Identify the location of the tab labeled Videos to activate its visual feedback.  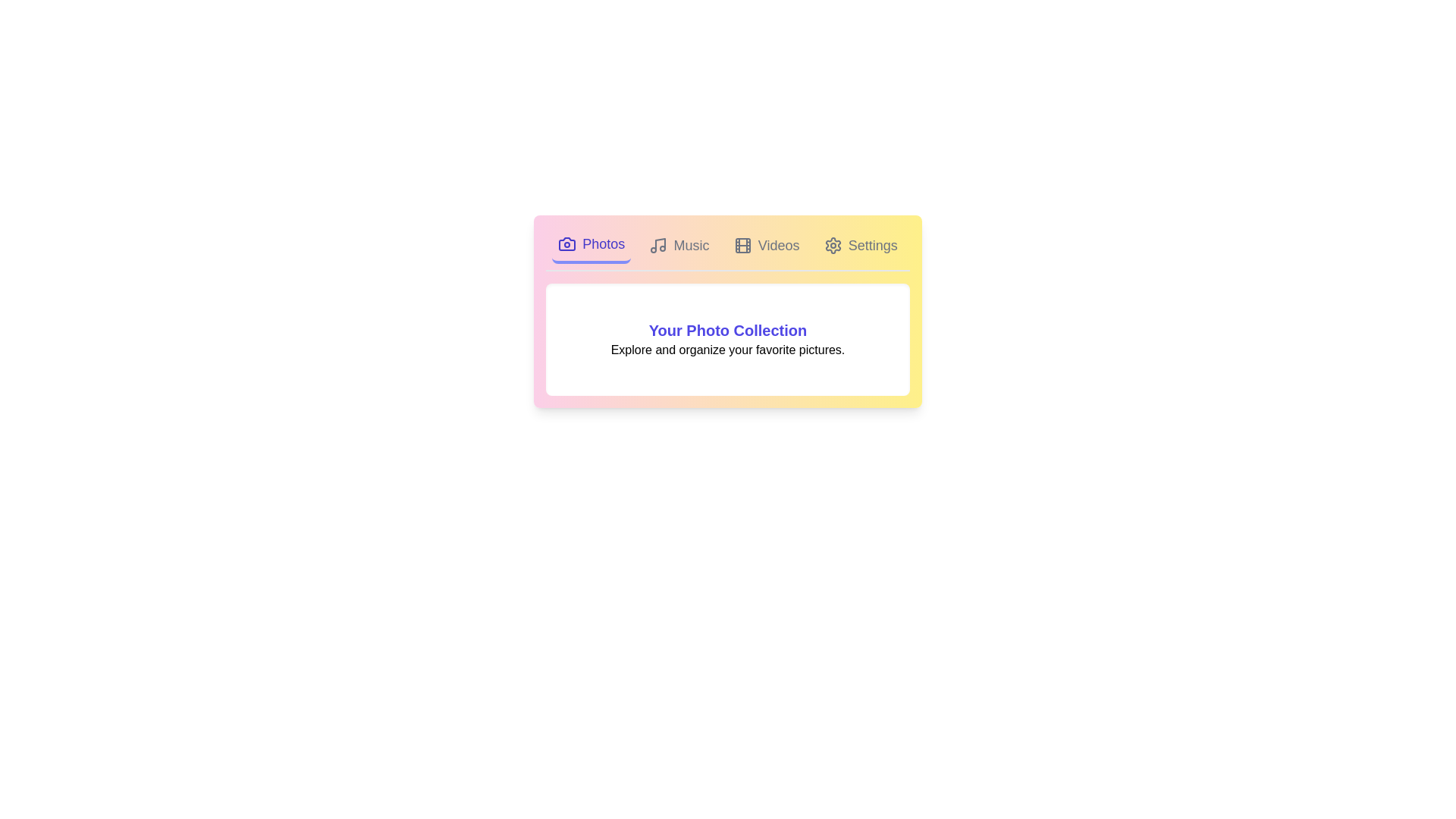
(767, 245).